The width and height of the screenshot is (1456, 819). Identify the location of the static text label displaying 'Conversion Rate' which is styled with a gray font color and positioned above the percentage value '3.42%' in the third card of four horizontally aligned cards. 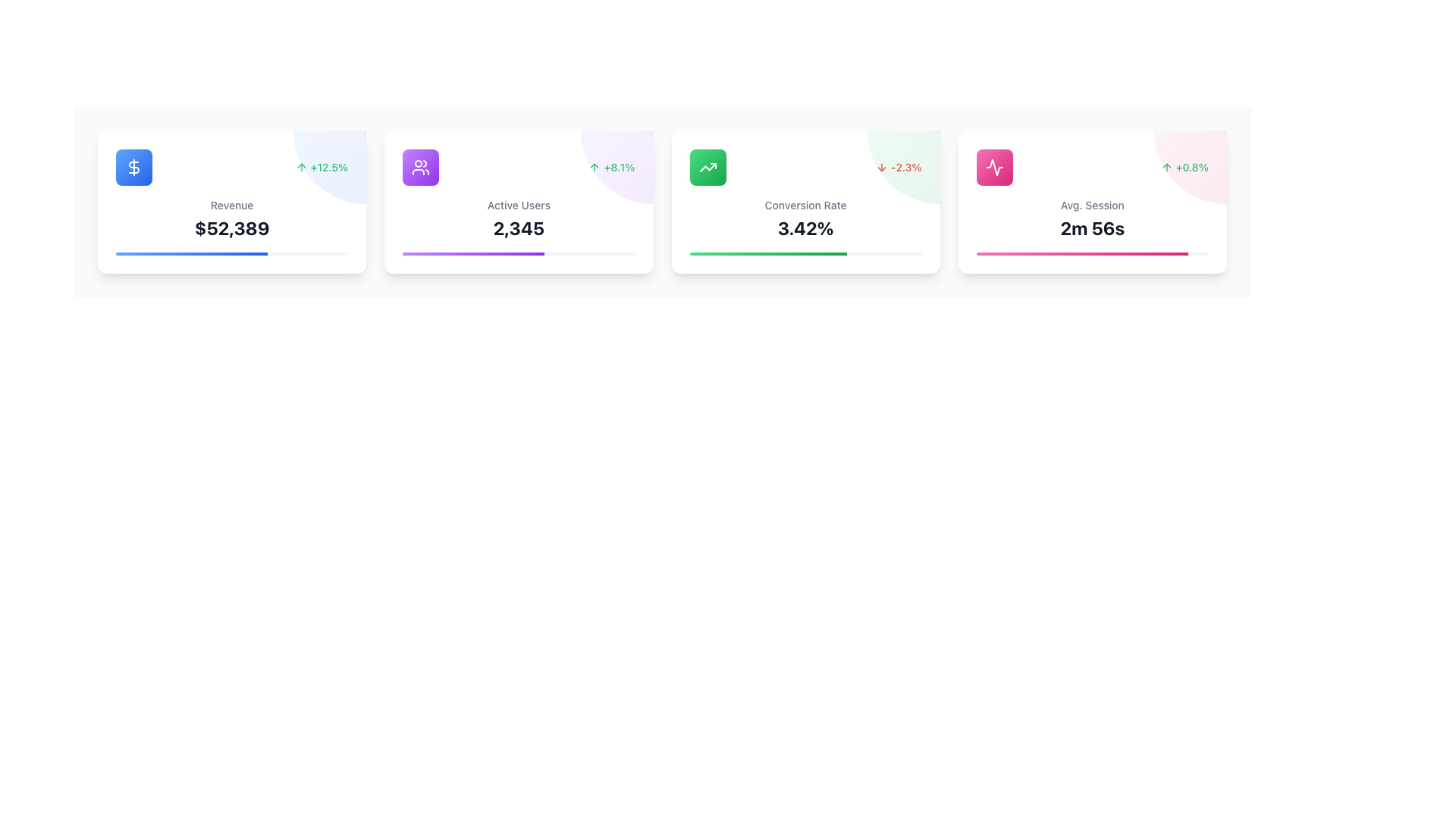
(805, 205).